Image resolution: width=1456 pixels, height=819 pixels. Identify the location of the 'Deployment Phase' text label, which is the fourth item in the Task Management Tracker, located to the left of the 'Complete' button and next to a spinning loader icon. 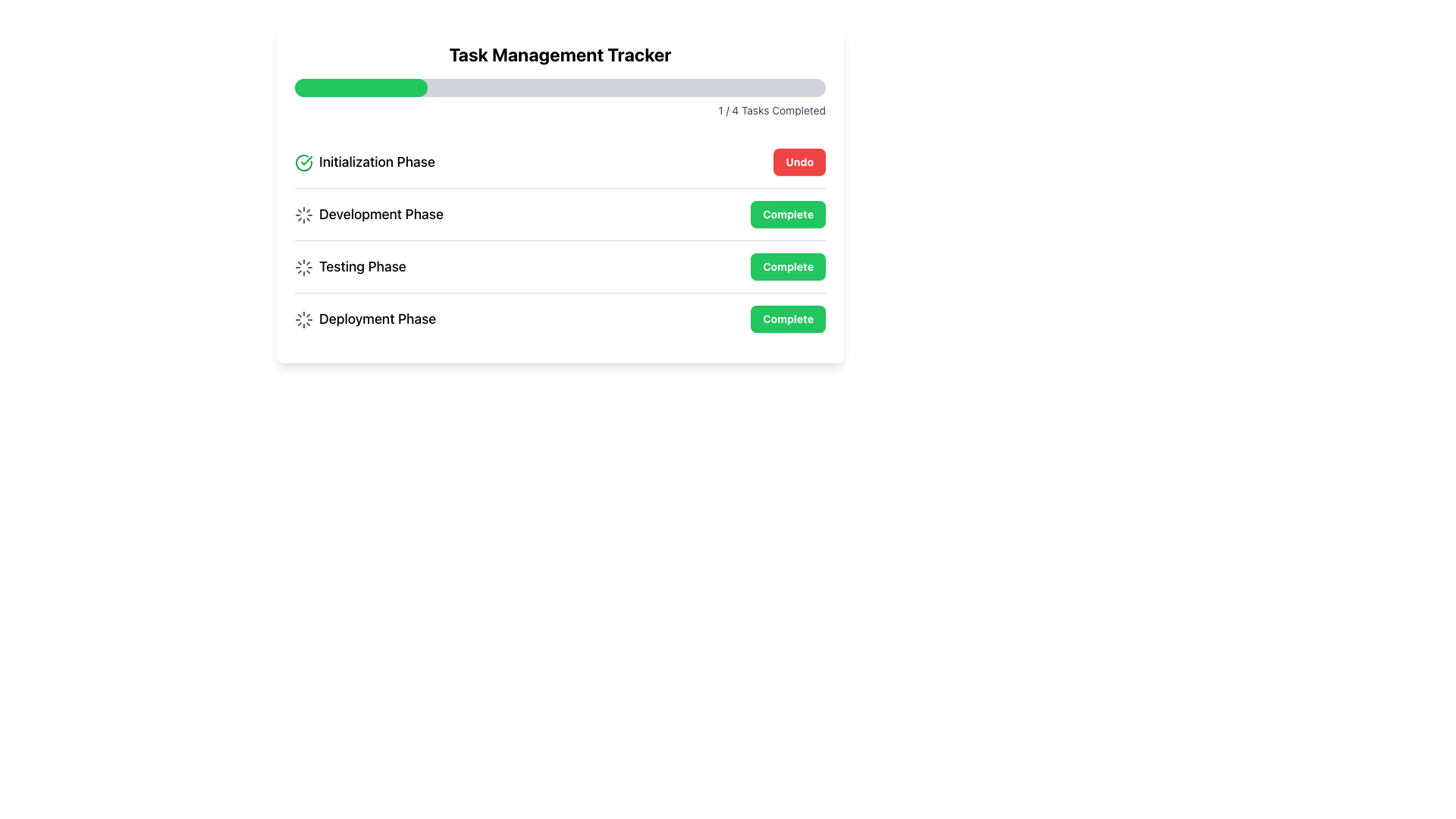
(366, 318).